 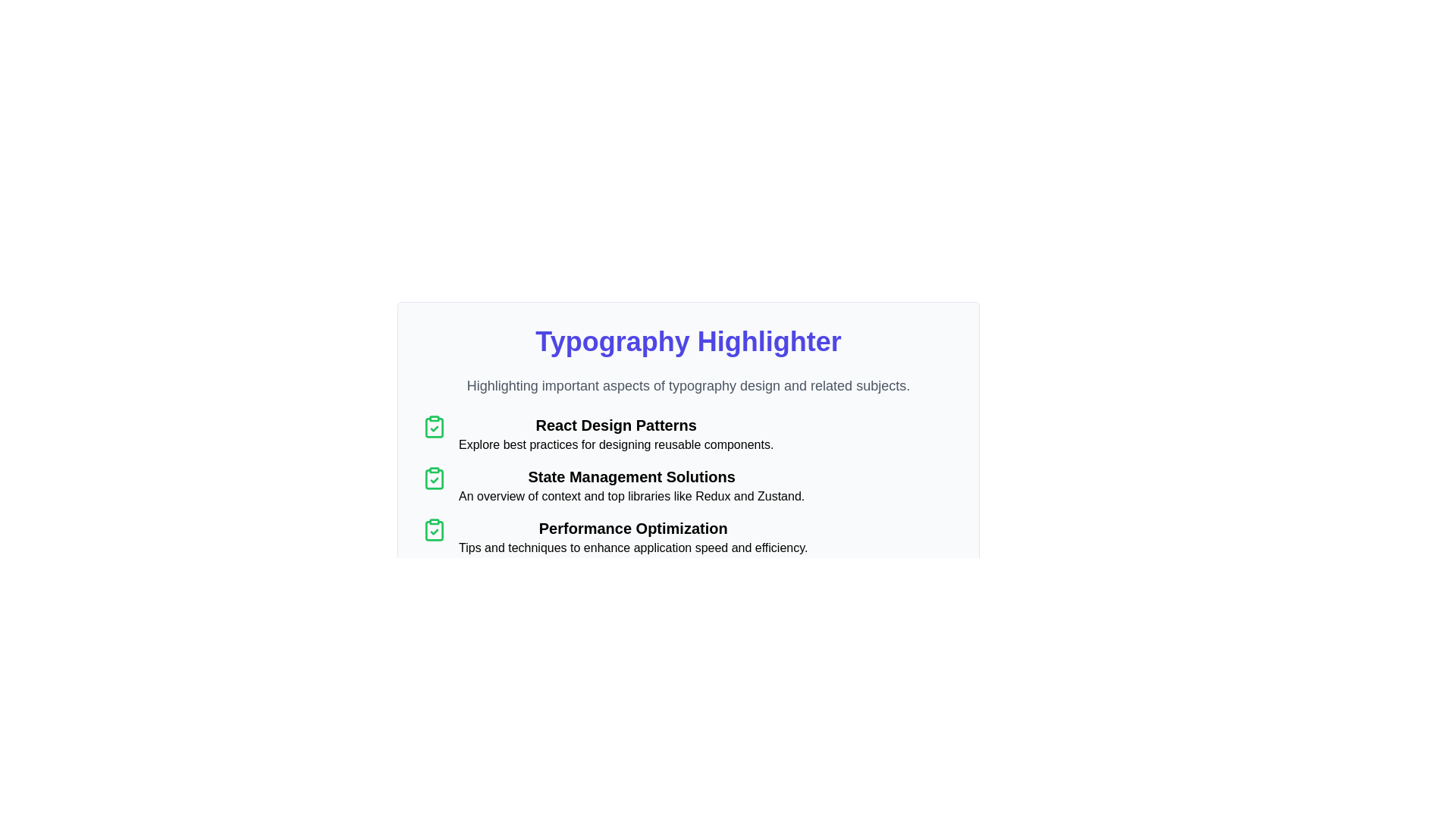 I want to click on the clipboard icon, which is part of an SVG icon located to the left of the 'React Design Patterns' text, so click(x=433, y=427).